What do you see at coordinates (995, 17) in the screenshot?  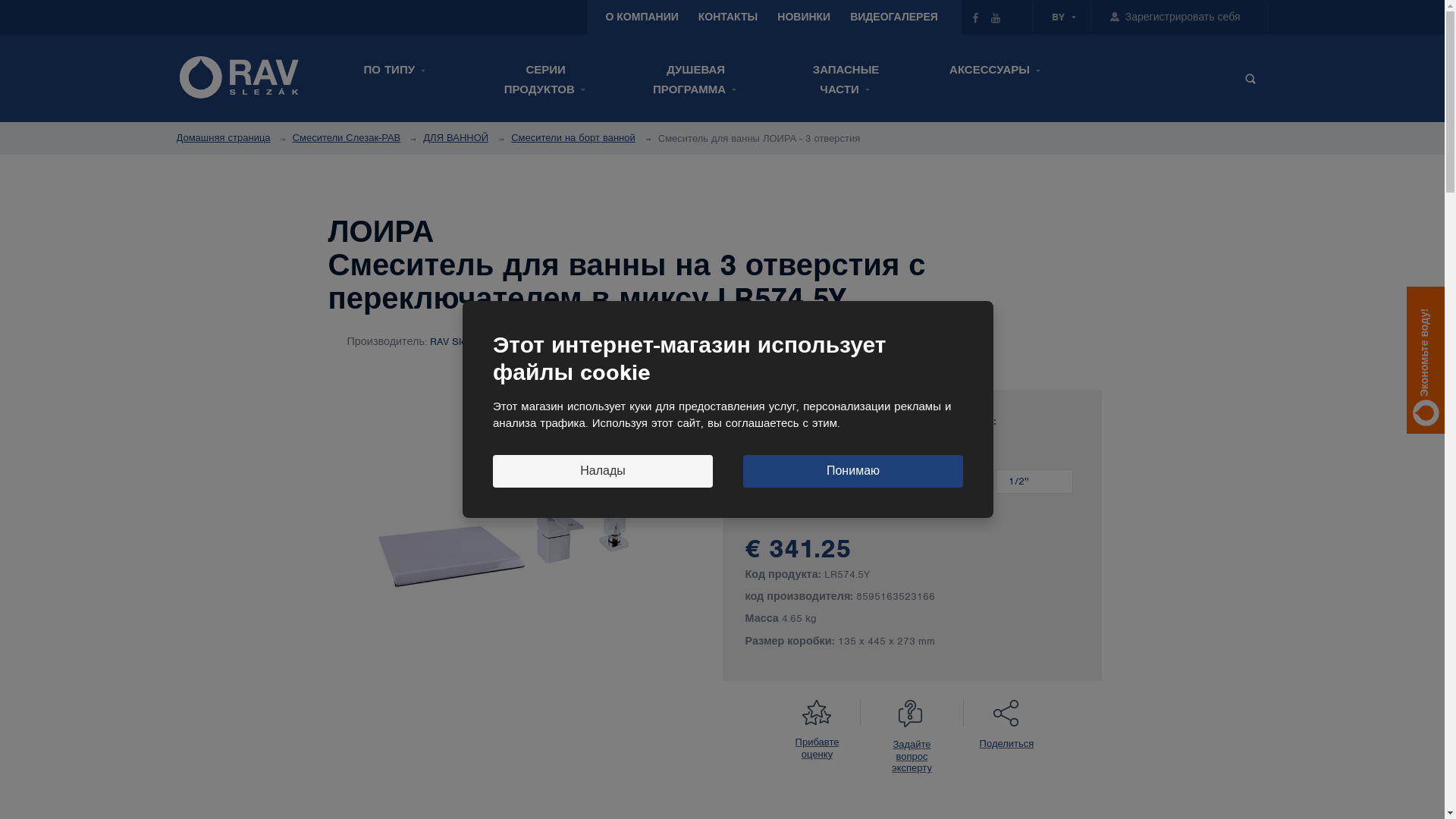 I see `'Youtube'` at bounding box center [995, 17].